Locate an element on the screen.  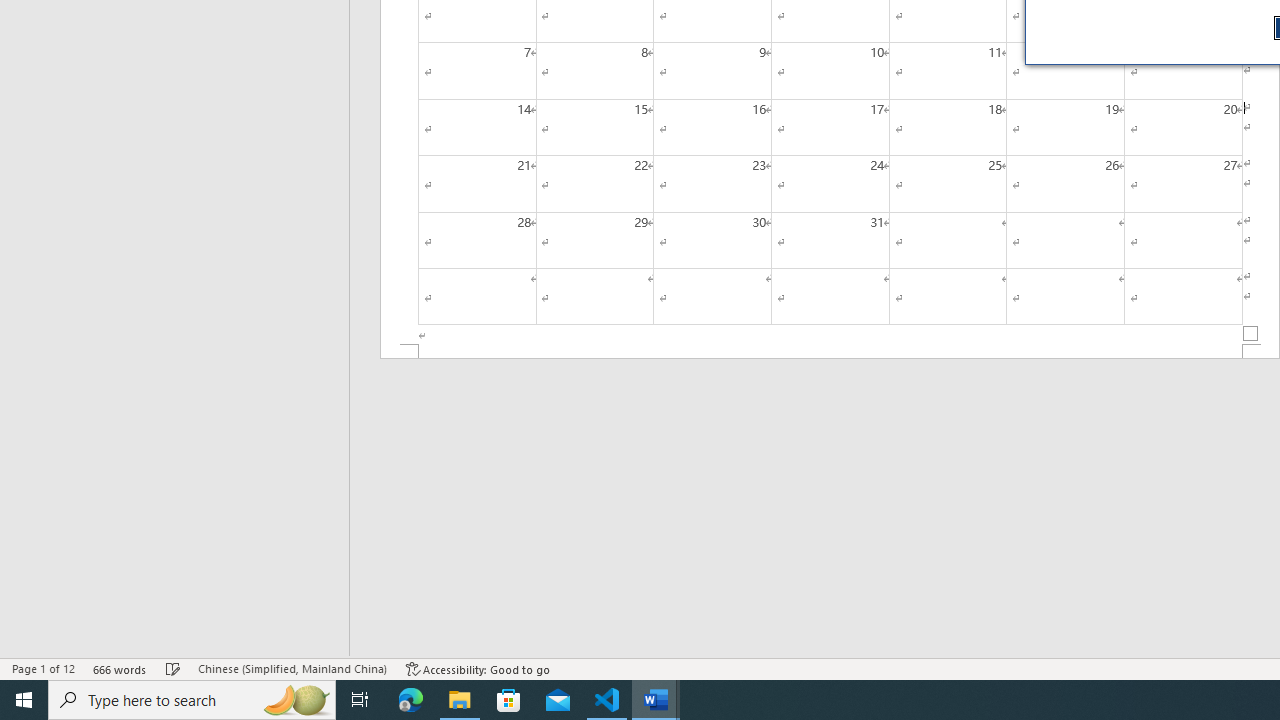
'Task View' is located at coordinates (359, 698).